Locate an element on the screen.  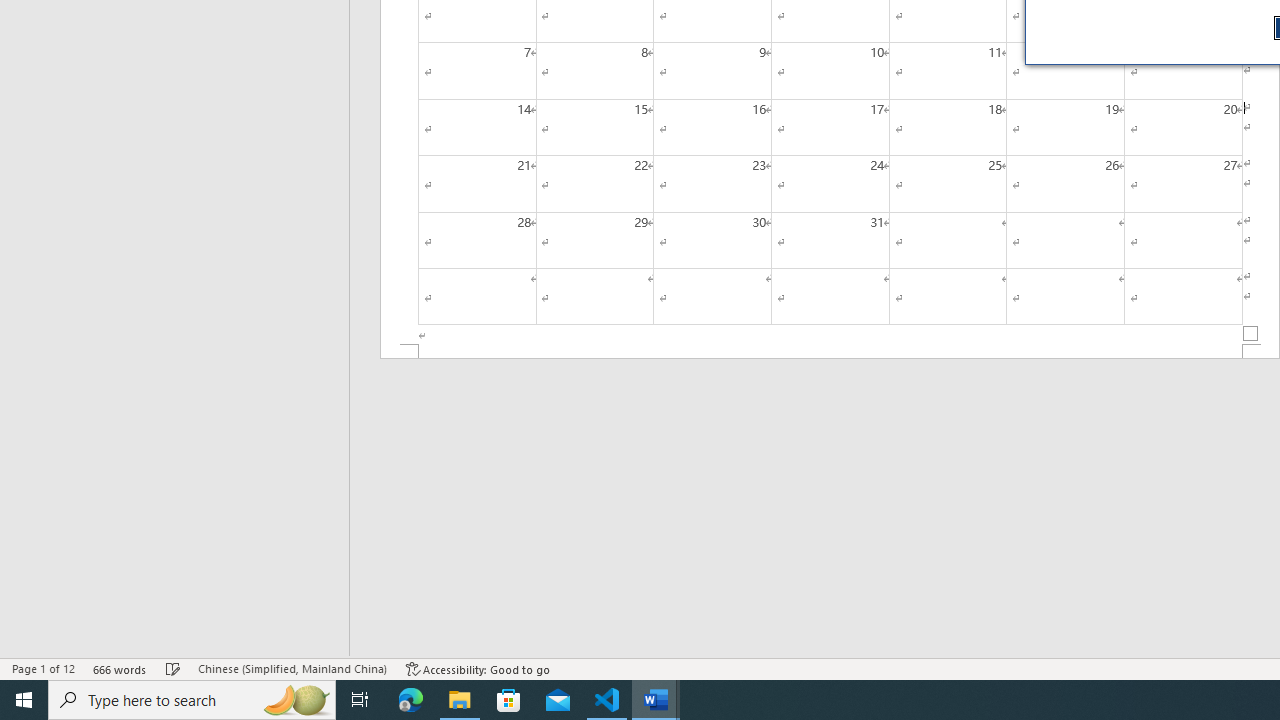
'Task View' is located at coordinates (359, 698).